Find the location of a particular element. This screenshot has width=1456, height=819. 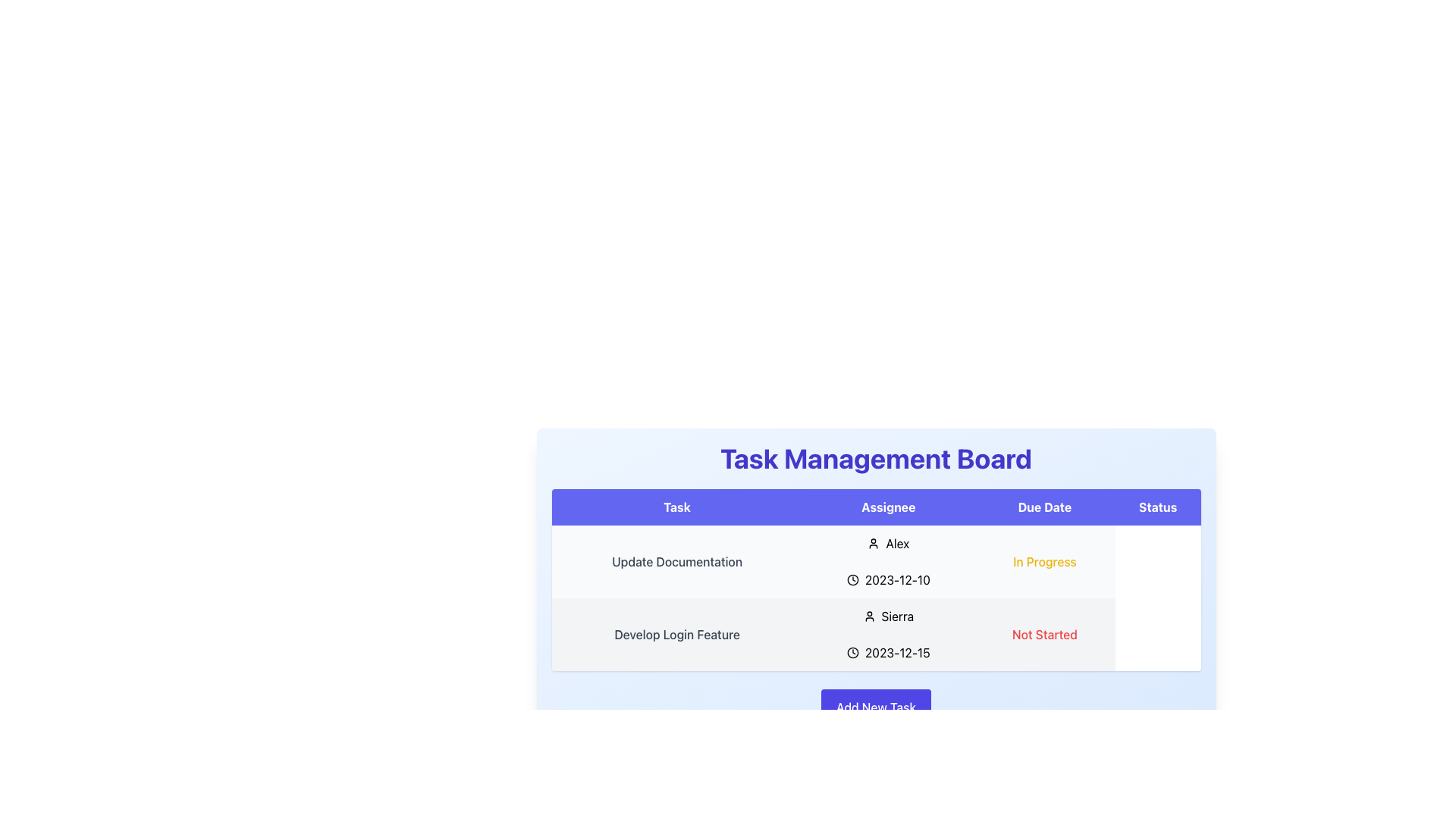

displayed date '2023-12-15' from the Due Date column in the task list, which is located in the second row of the task table is located at coordinates (888, 651).